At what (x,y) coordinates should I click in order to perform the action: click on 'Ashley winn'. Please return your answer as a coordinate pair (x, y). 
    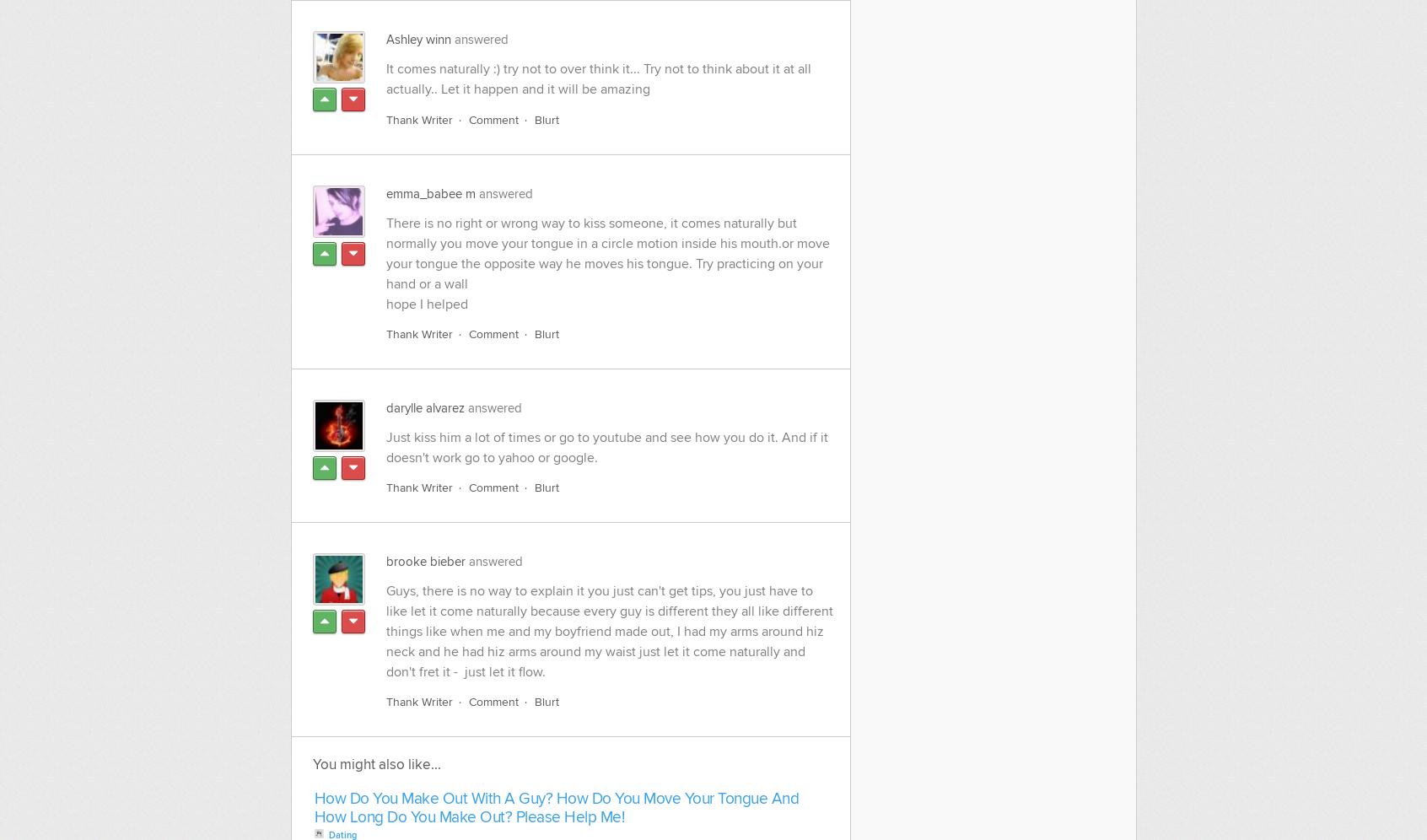
    Looking at the image, I should click on (417, 38).